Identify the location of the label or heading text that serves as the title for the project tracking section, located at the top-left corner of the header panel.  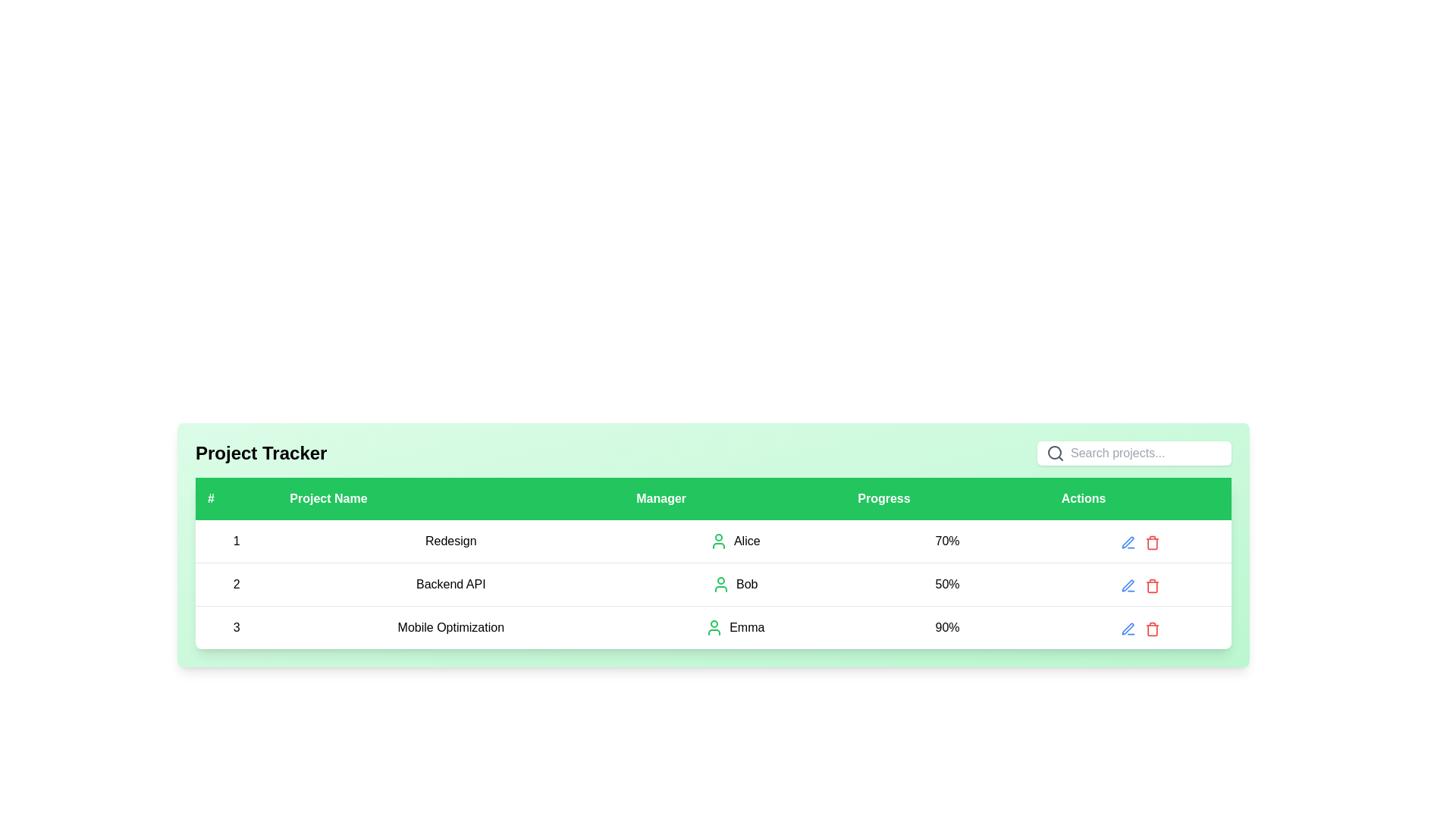
(261, 452).